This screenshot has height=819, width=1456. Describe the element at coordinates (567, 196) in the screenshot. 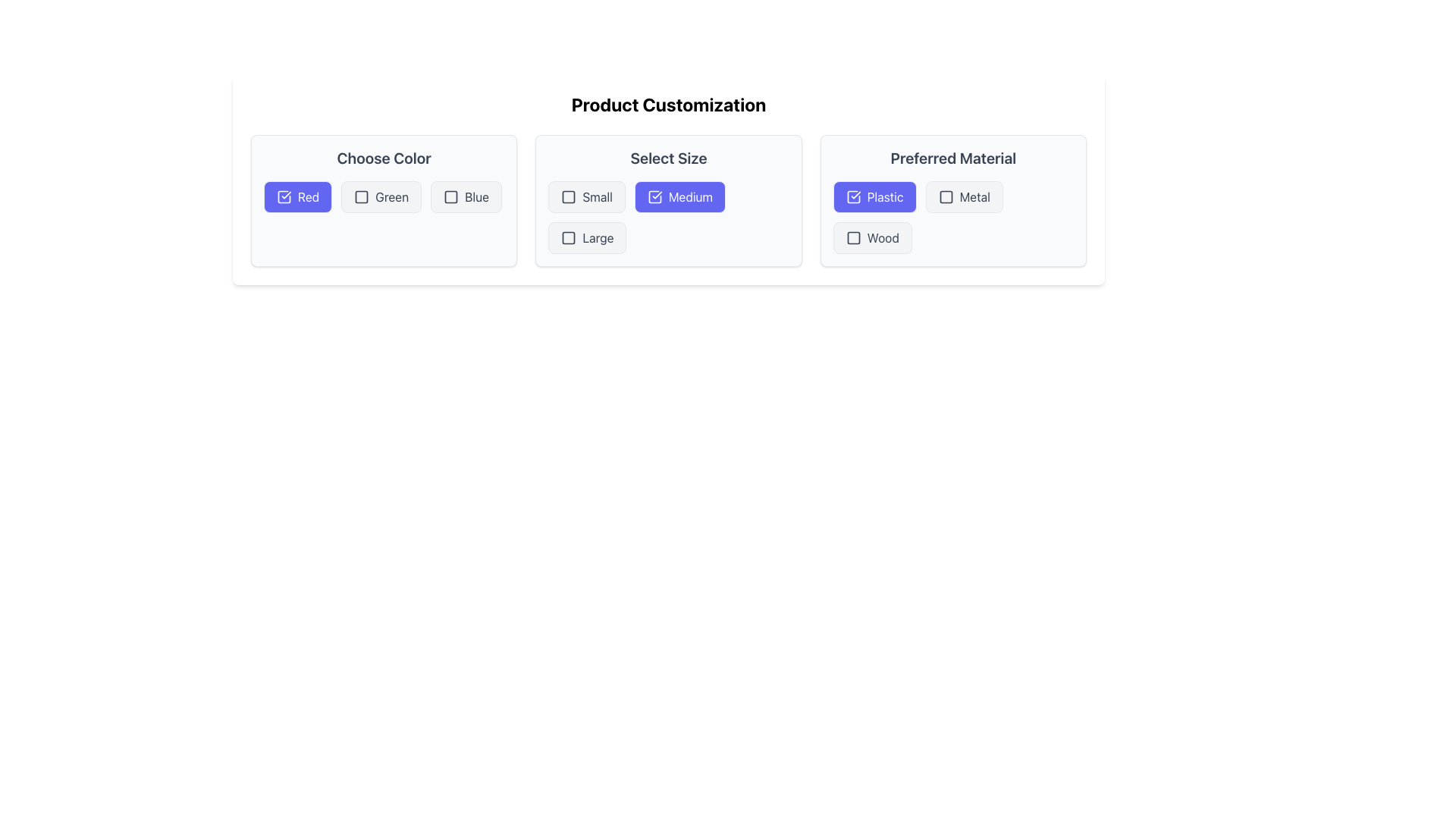

I see `the checkbox for the 'Small' size option in the 'Select Size' section of the 'Product Customization' interface` at that location.